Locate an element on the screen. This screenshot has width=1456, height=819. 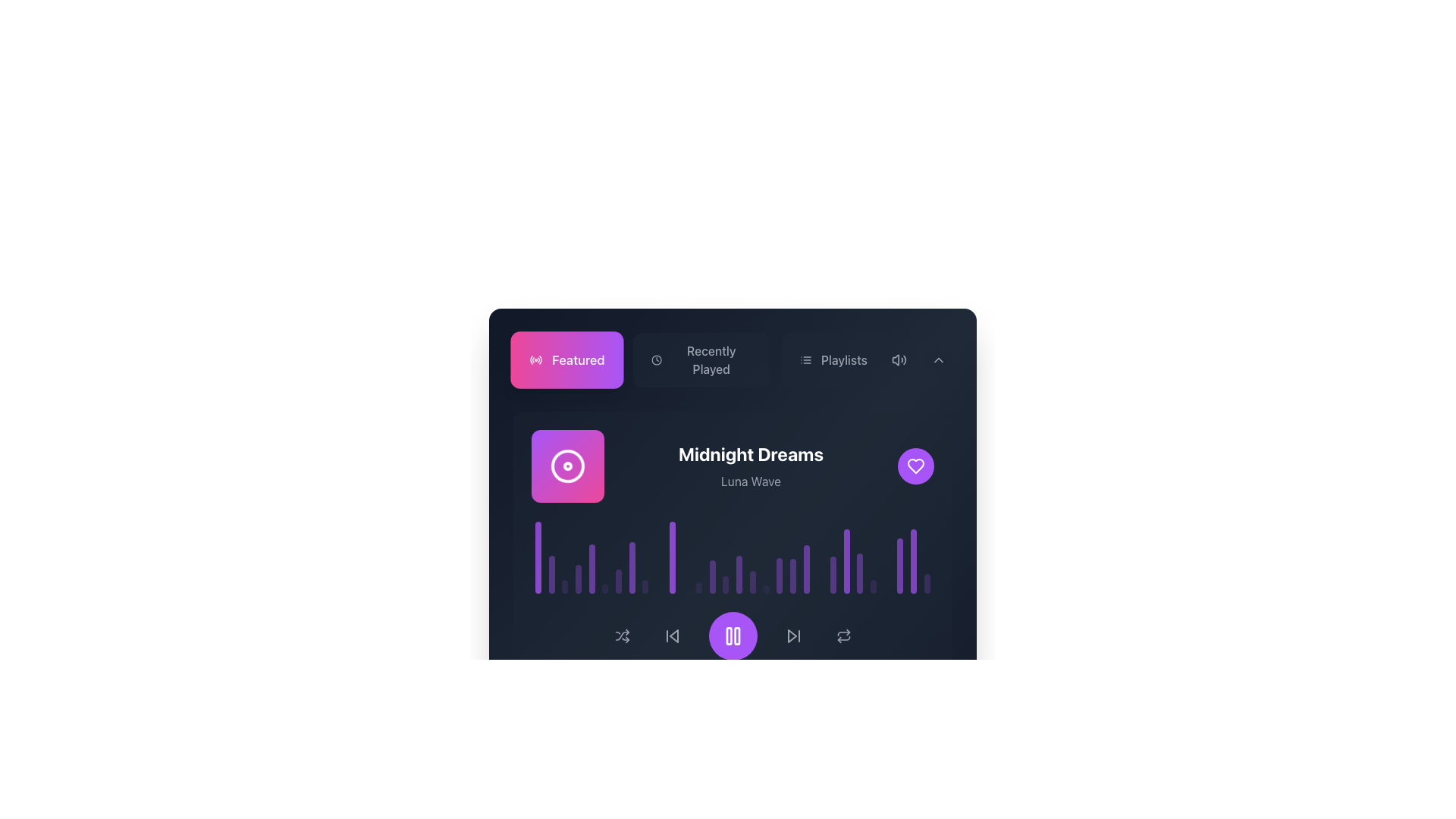
the first visual bar in the horizontal sequence of vertical bars located beneath the 'Midnight Dreams' song title is located at coordinates (538, 557).